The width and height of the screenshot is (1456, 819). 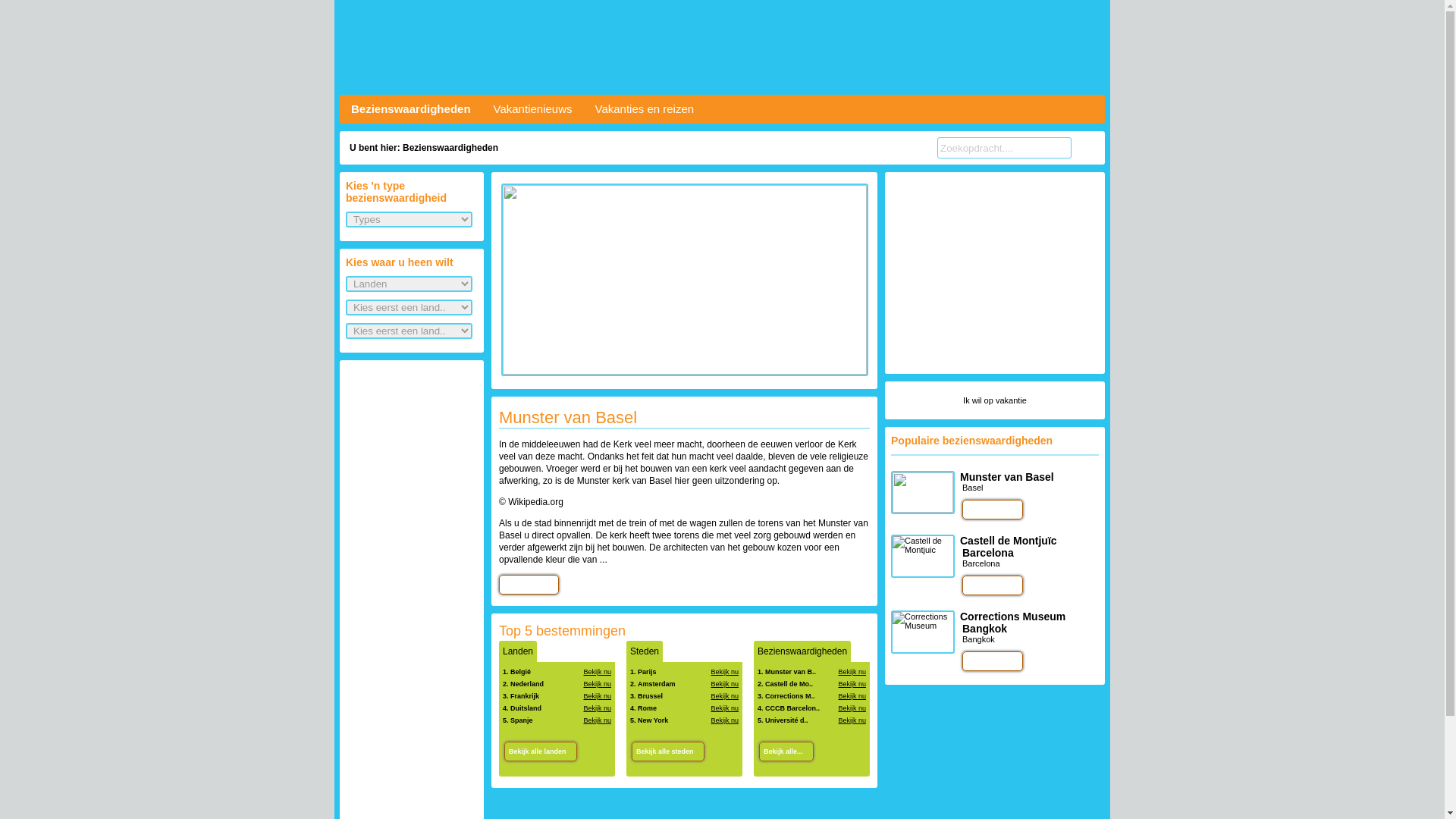 I want to click on 'Vakanties en reizen', so click(x=582, y=108).